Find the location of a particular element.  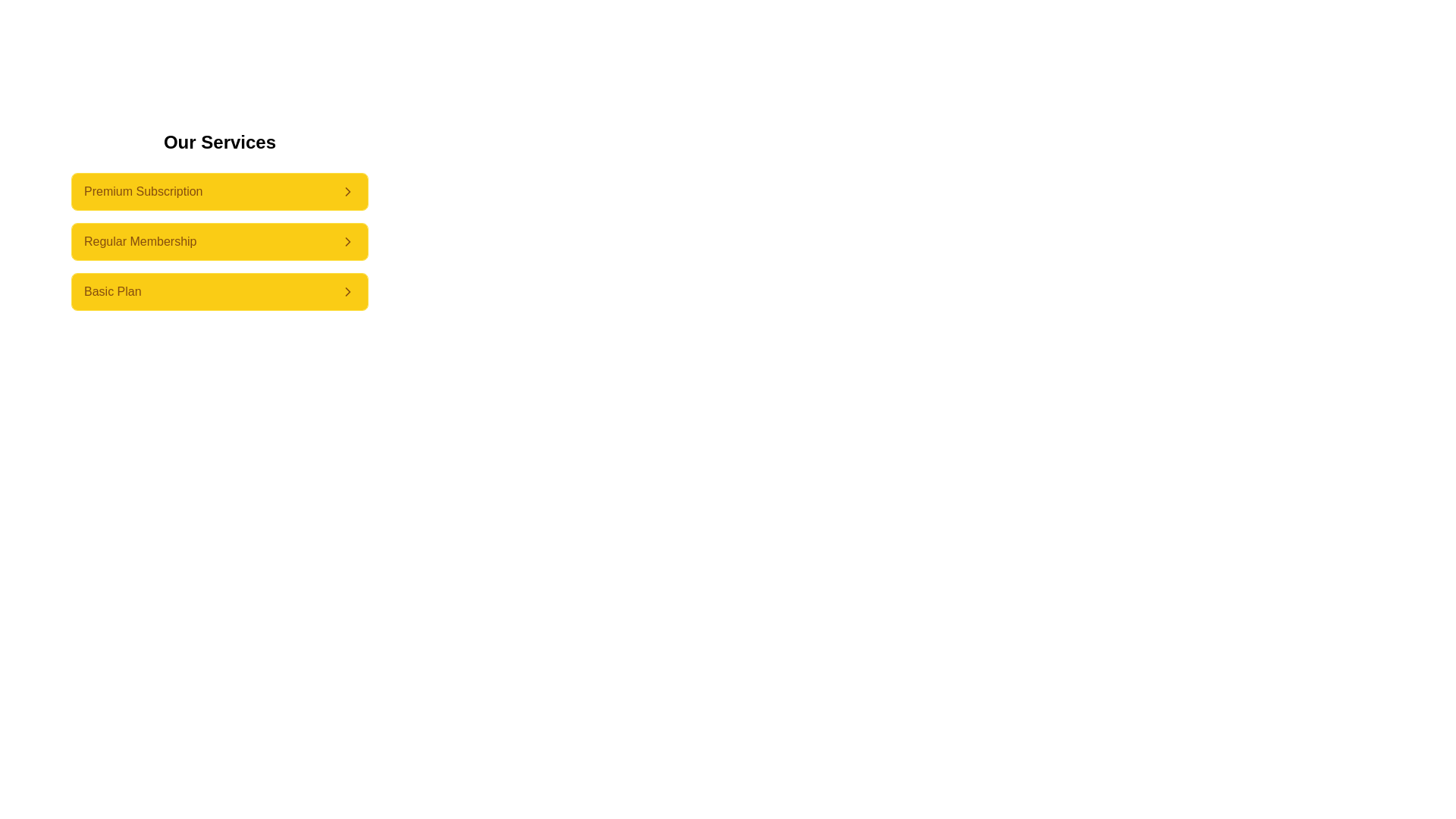

the 'Premium Subscription' button, which is the topmost button in the 'Our Services' section is located at coordinates (218, 191).